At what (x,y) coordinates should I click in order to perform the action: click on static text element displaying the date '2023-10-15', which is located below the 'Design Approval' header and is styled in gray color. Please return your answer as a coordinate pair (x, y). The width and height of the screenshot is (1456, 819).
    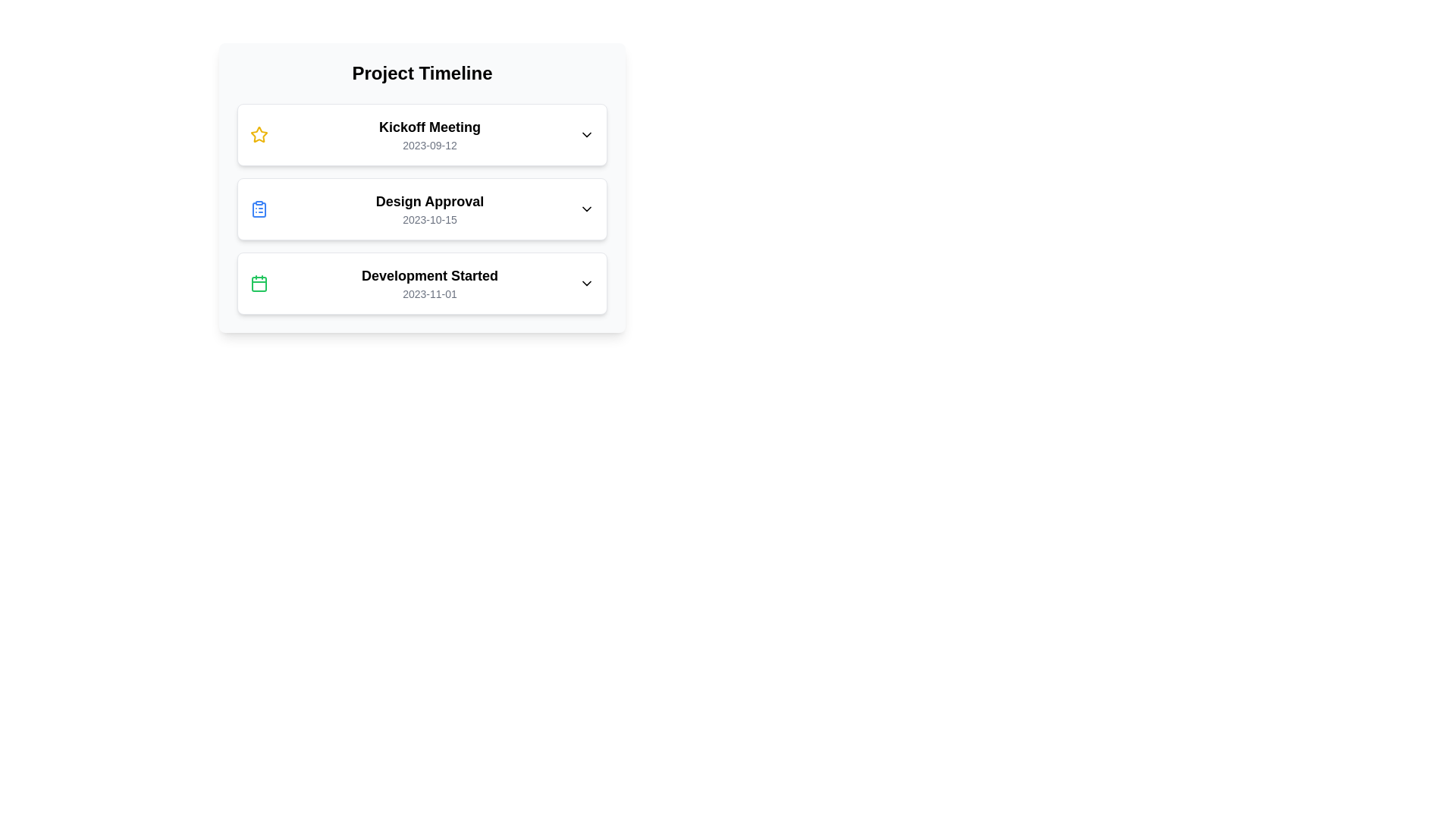
    Looking at the image, I should click on (428, 219).